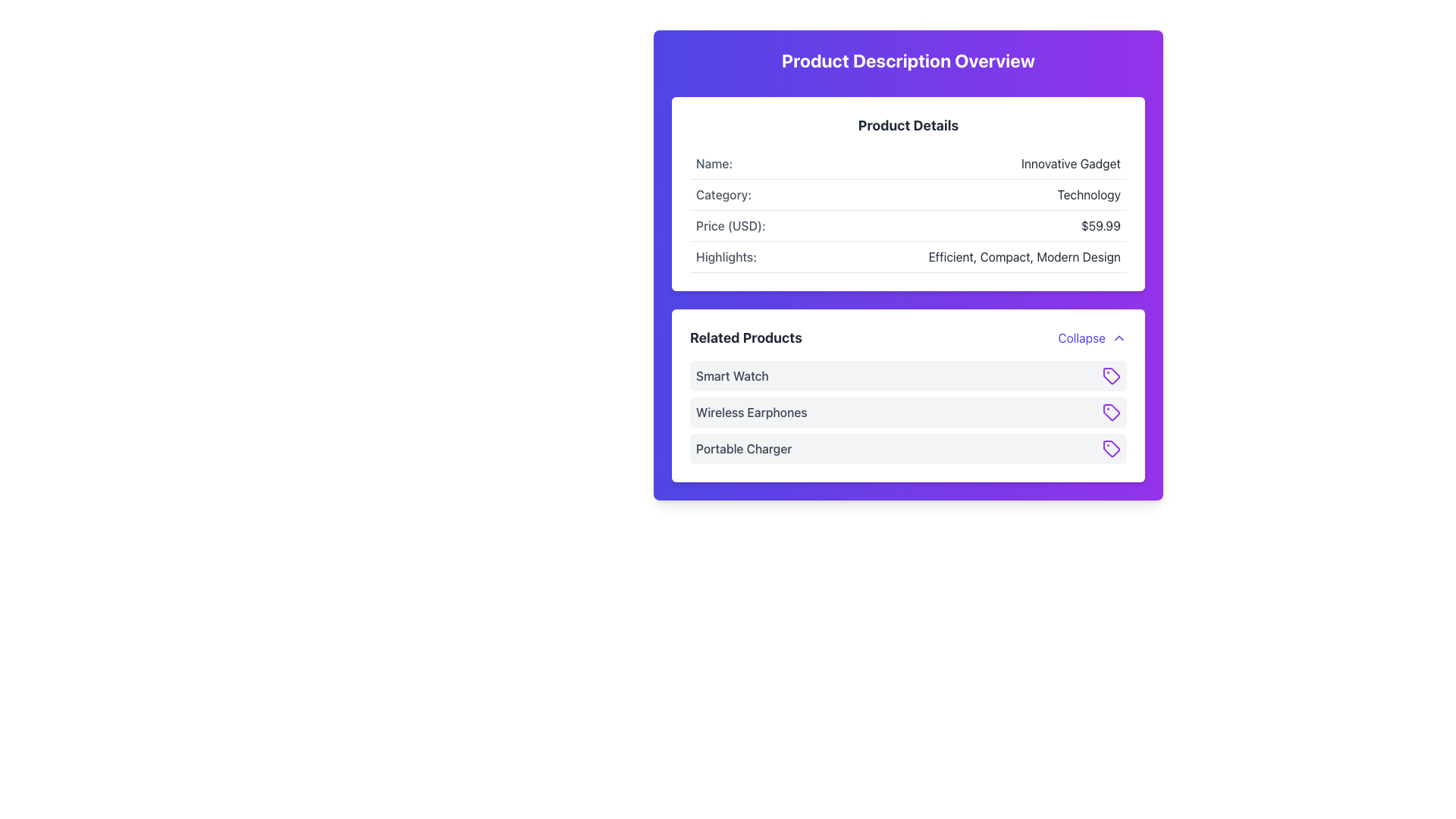 The height and width of the screenshot is (819, 1456). Describe the element at coordinates (713, 164) in the screenshot. I see `text label that reads 'Name:' located in the upper-left section of the 'Product Details' box on the webpage` at that location.